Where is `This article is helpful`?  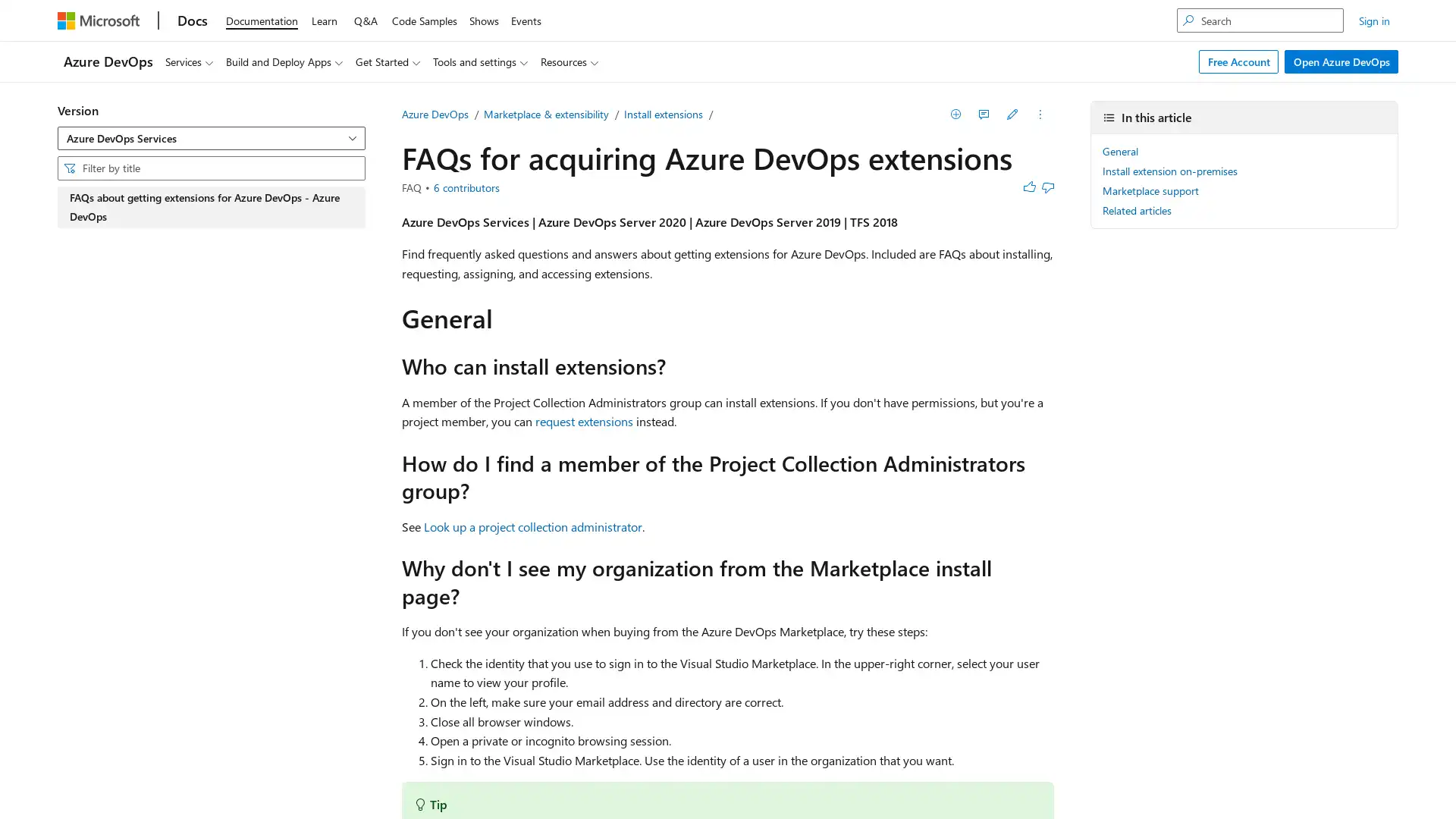 This article is helpful is located at coordinates (1030, 186).